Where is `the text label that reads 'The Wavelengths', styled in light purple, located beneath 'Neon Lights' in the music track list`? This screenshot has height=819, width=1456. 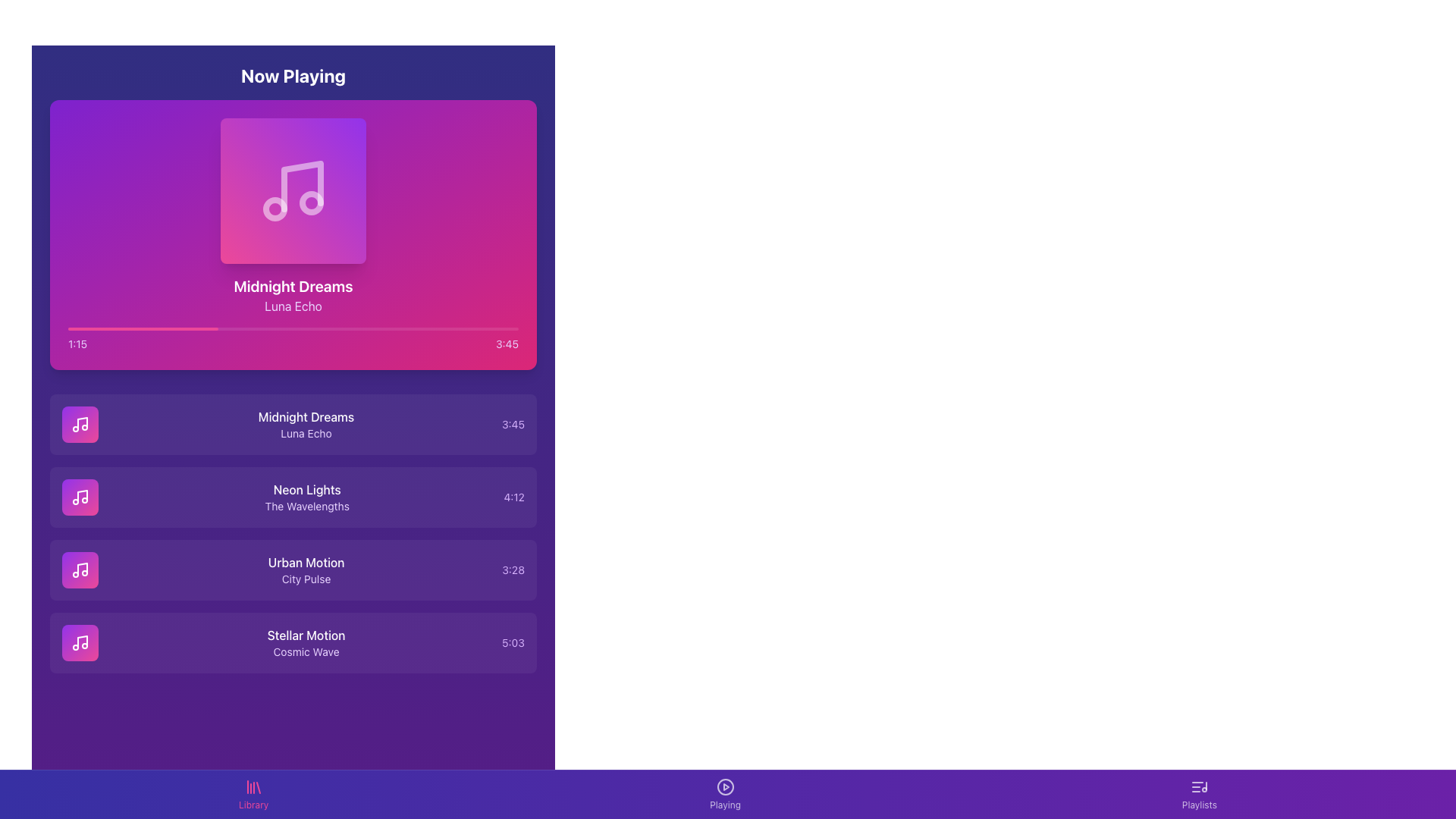 the text label that reads 'The Wavelengths', styled in light purple, located beneath 'Neon Lights' in the music track list is located at coordinates (306, 506).